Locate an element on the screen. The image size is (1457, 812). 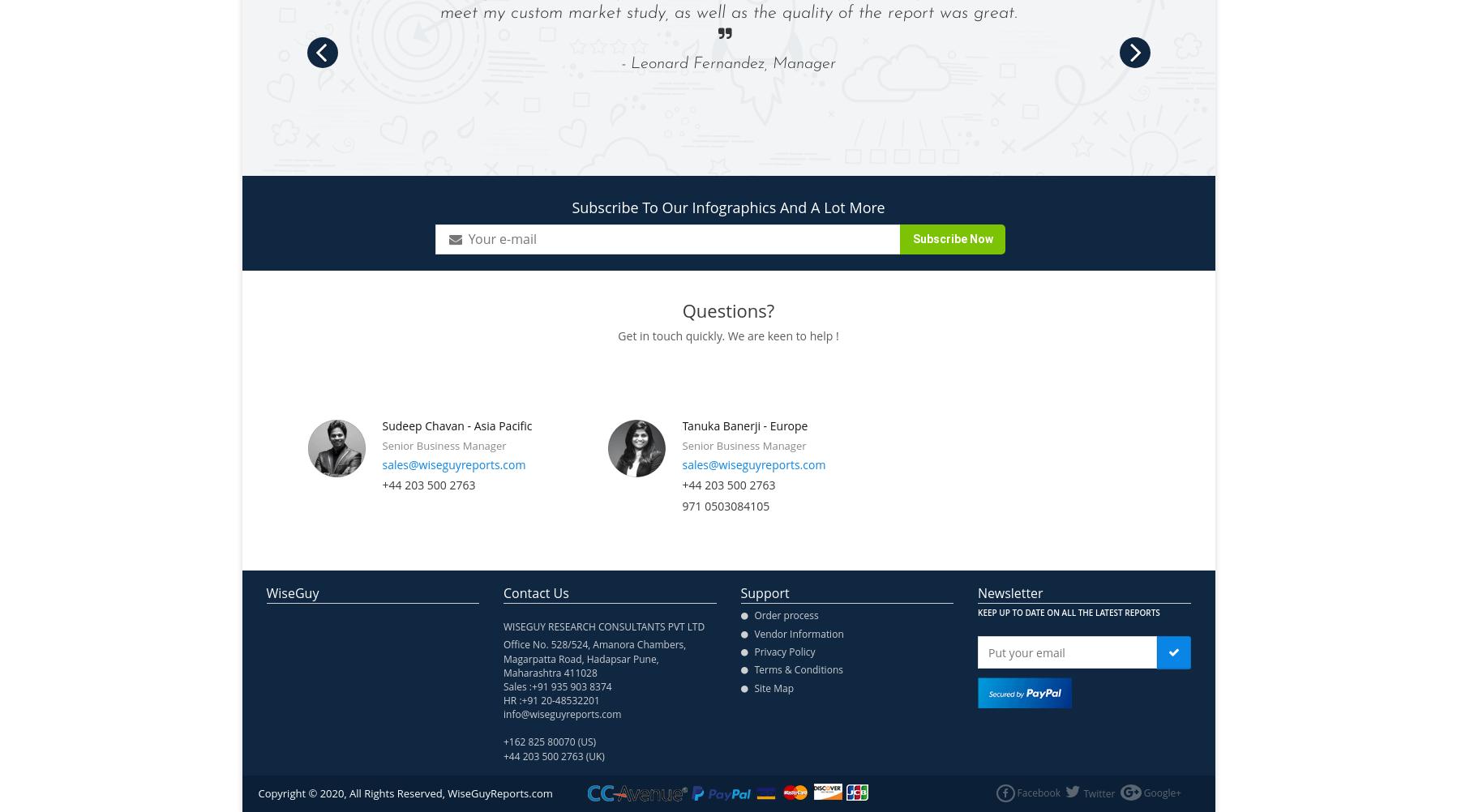
'+44 203 500 2763 (UK)' is located at coordinates (554, 754).